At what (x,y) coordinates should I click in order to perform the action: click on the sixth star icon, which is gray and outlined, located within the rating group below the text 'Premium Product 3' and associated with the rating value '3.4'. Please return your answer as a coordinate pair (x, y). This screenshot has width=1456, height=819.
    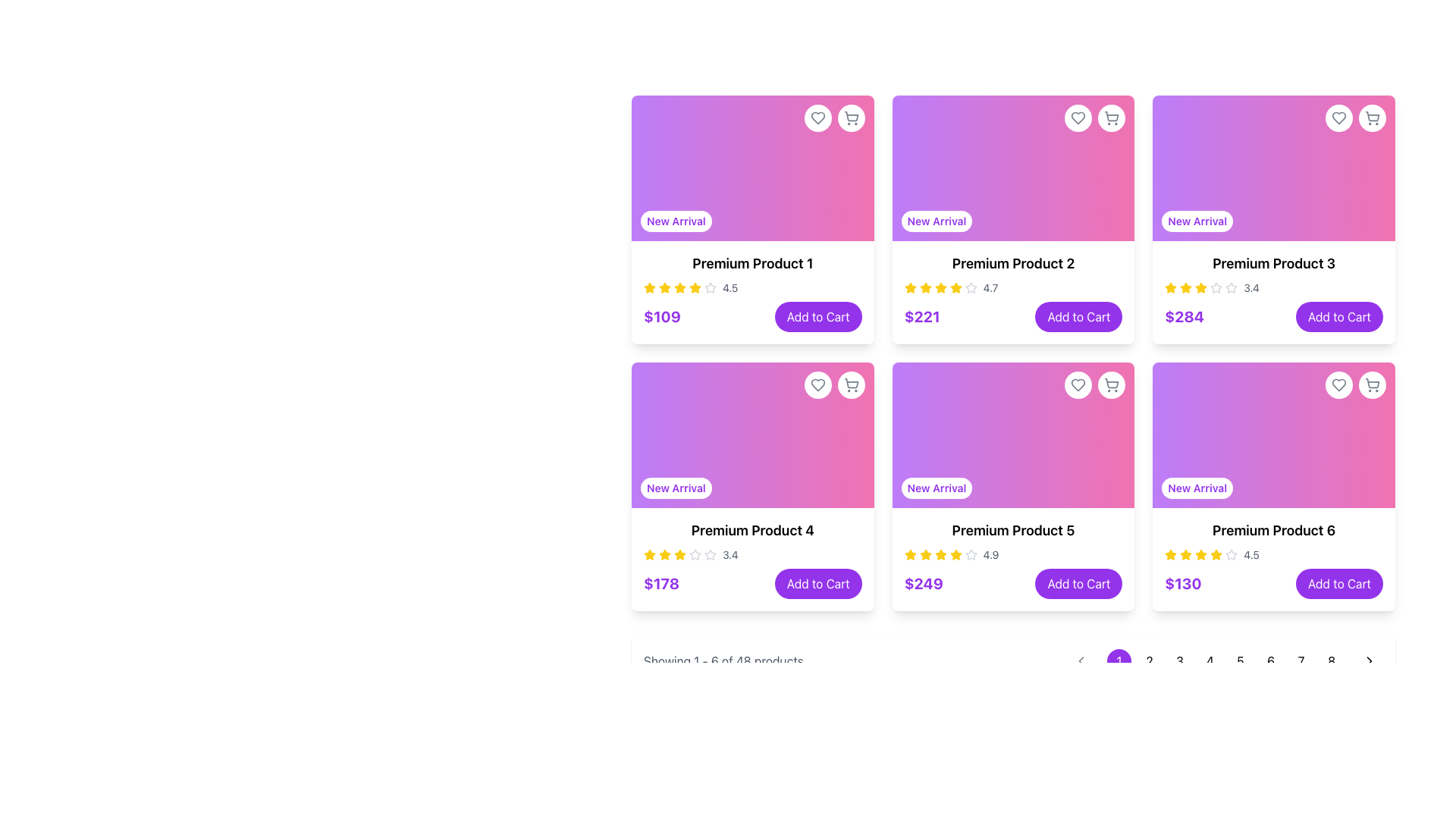
    Looking at the image, I should click on (1232, 288).